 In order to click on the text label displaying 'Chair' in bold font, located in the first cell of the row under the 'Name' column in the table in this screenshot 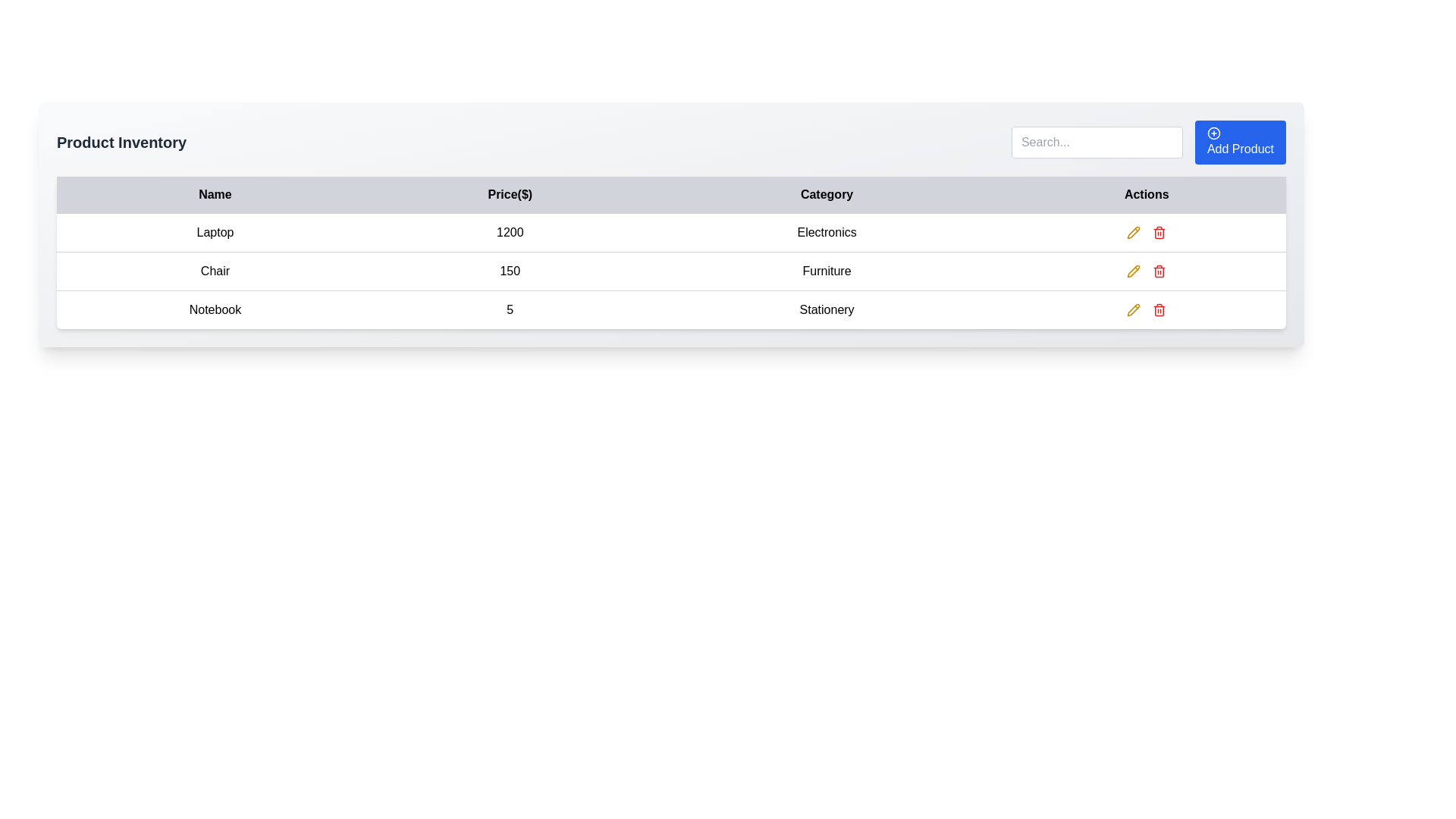, I will do `click(214, 271)`.